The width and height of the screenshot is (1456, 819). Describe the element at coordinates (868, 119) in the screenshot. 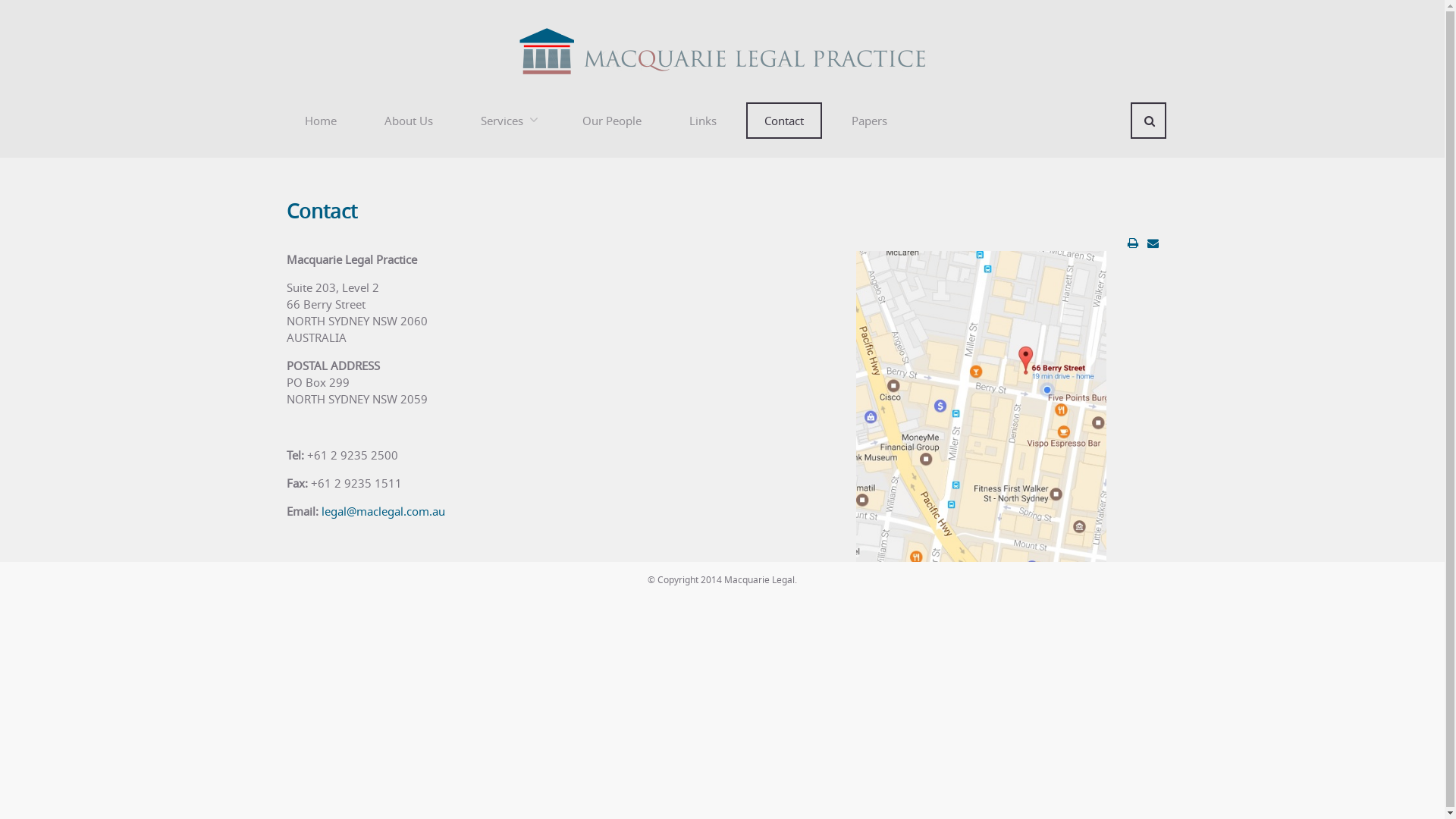

I see `'Papers'` at that location.